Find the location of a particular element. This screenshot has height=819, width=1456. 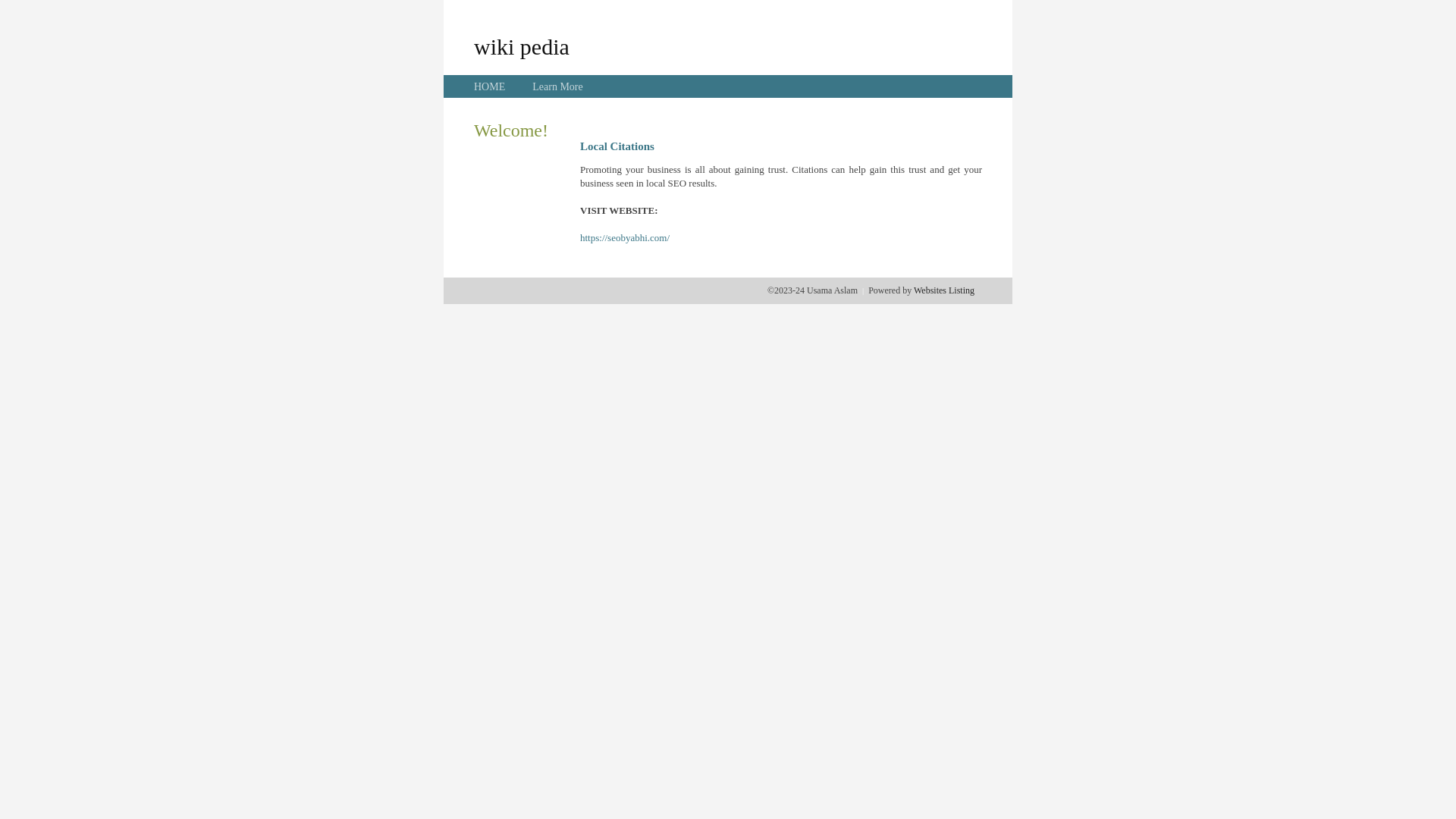

'wiki pedia' is located at coordinates (521, 45).